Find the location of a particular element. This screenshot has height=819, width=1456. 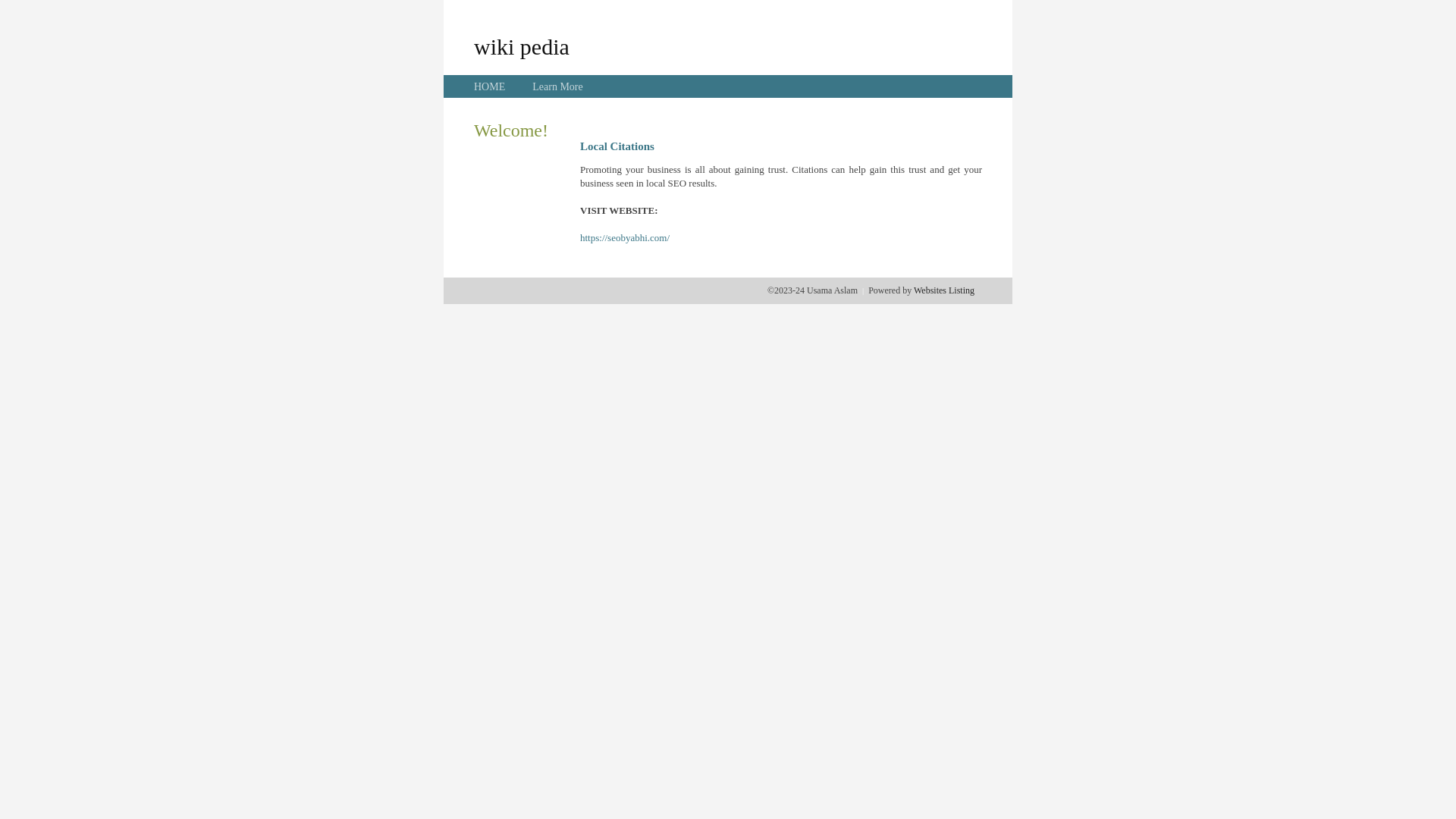

'wiki pedia' is located at coordinates (521, 45).